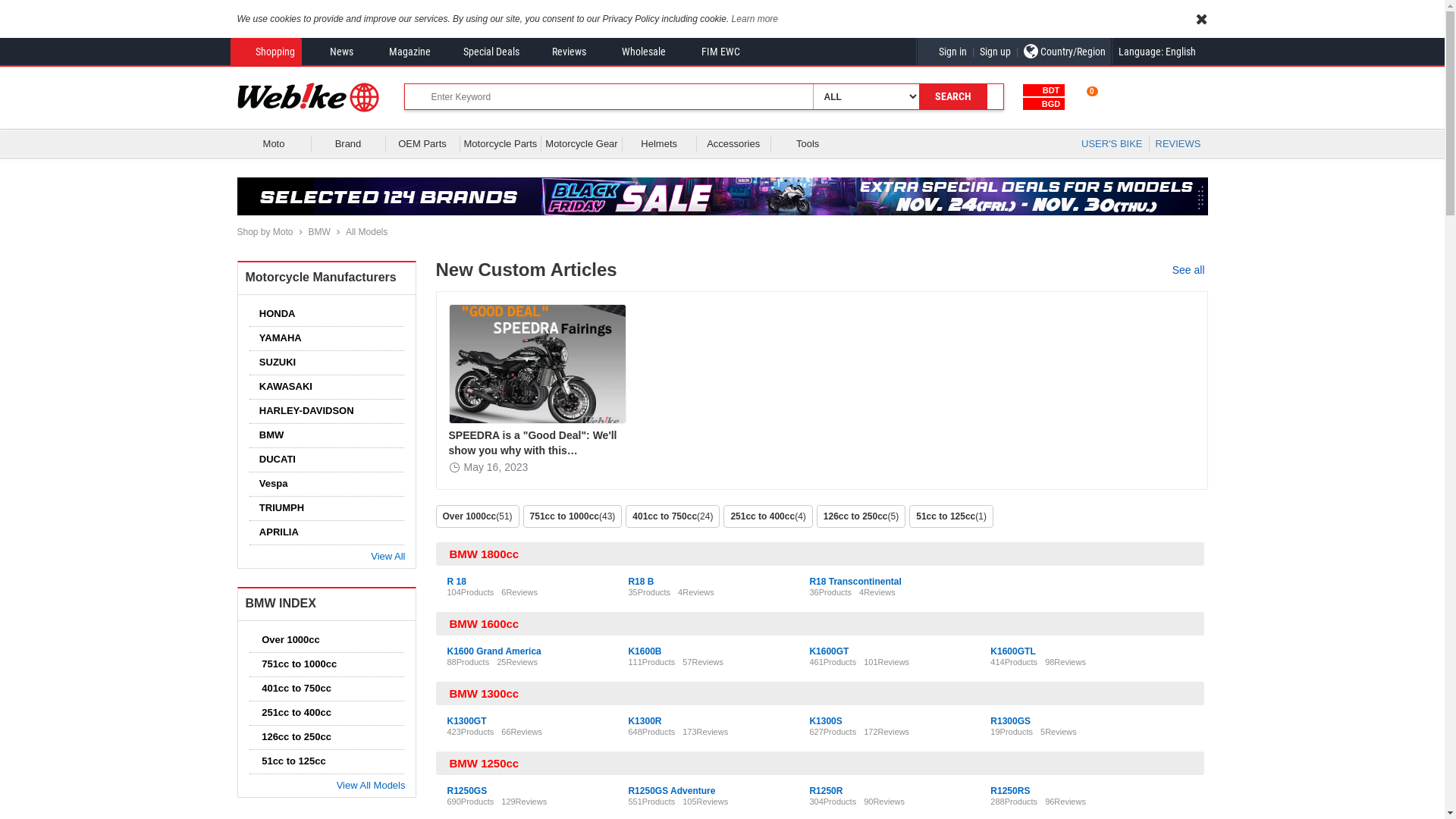  What do you see at coordinates (644, 651) in the screenshot?
I see `'K1600B'` at bounding box center [644, 651].